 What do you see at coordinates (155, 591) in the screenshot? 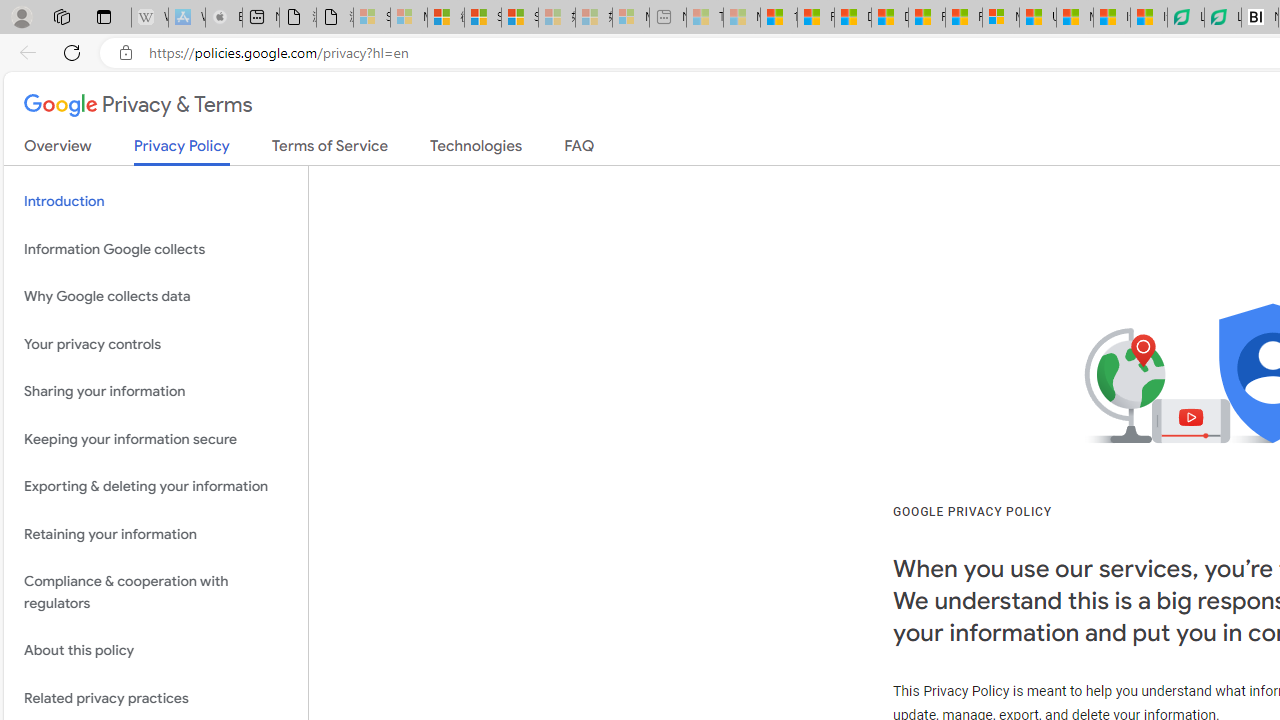
I see `'Compliance & cooperation with regulators'` at bounding box center [155, 591].